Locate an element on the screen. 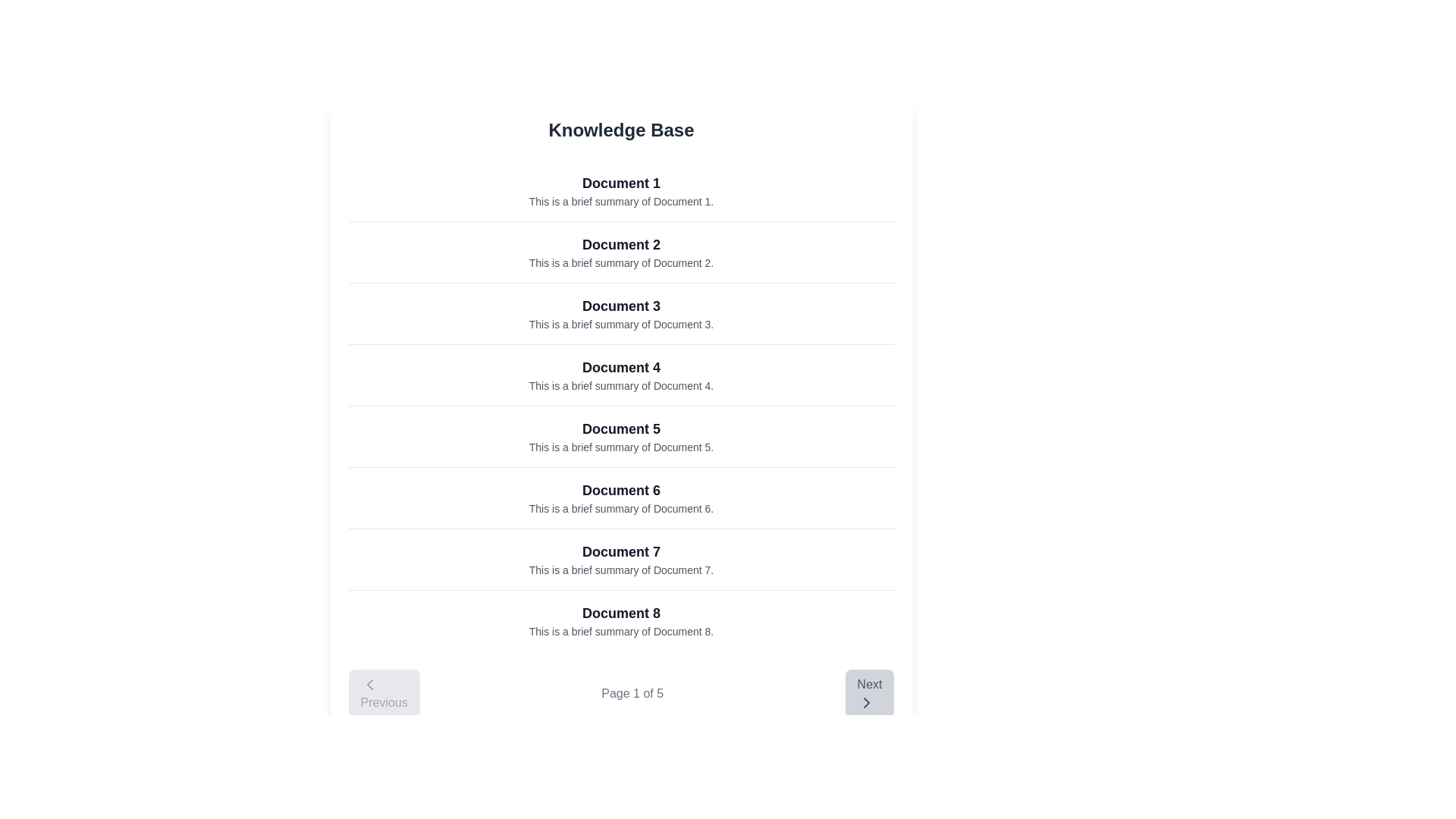  the text label indicating the title of the eighth document in the list, which is non-interactive and serves as a header above the summary text is located at coordinates (621, 613).